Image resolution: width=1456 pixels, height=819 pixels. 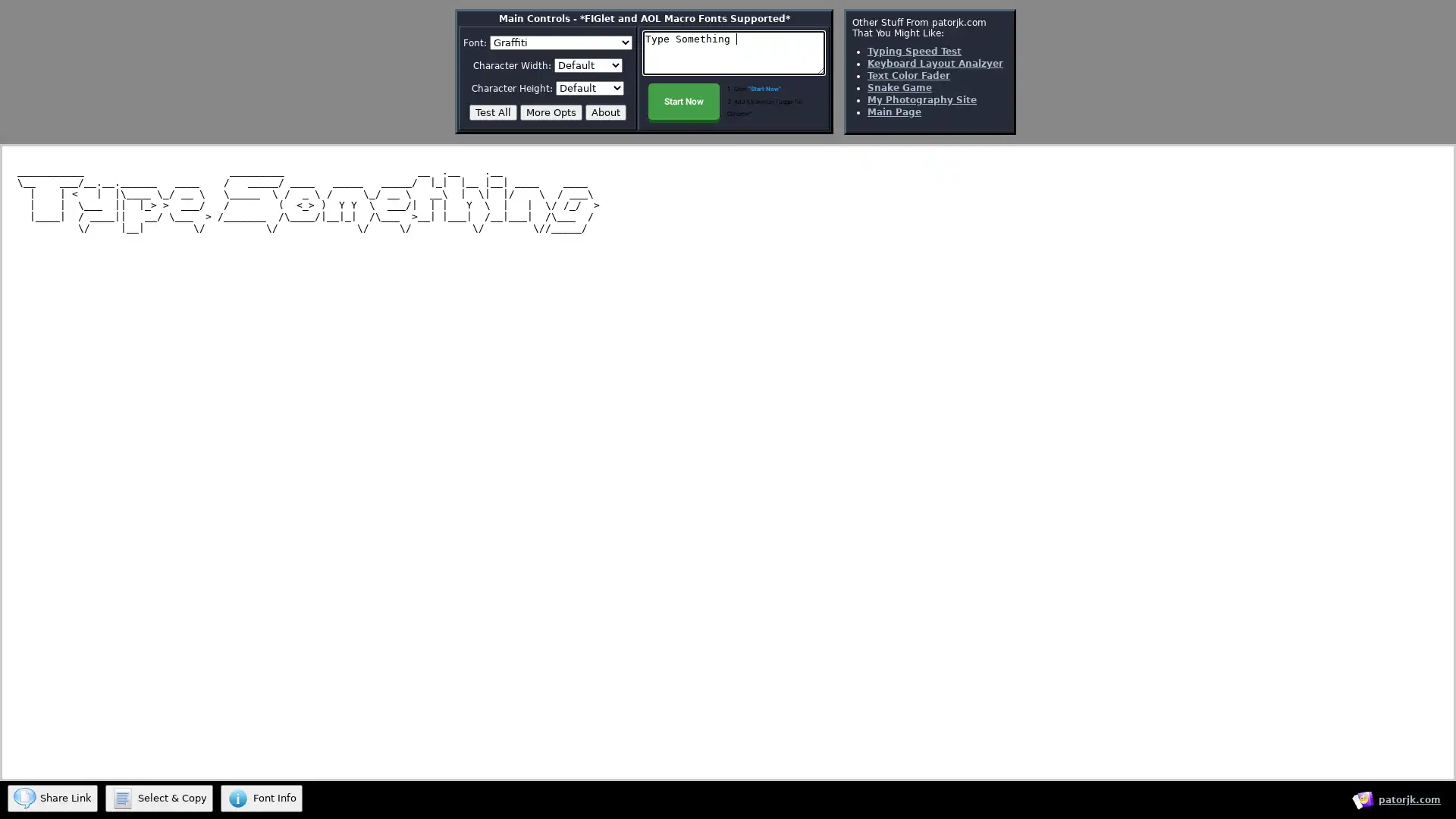 I want to click on Select & Copy, so click(x=159, y=798).